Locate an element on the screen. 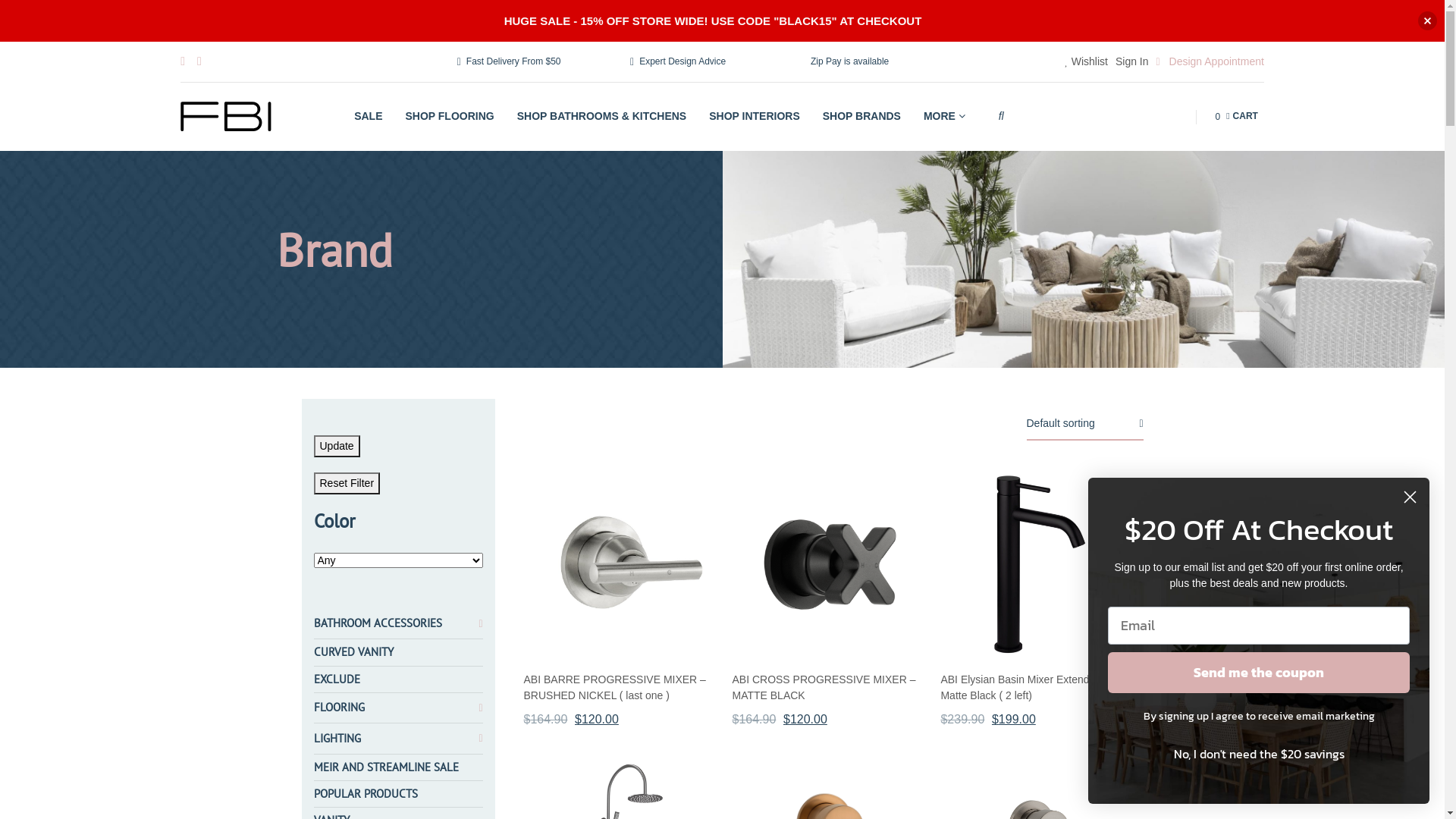  'EXCLUDE' is located at coordinates (336, 678).